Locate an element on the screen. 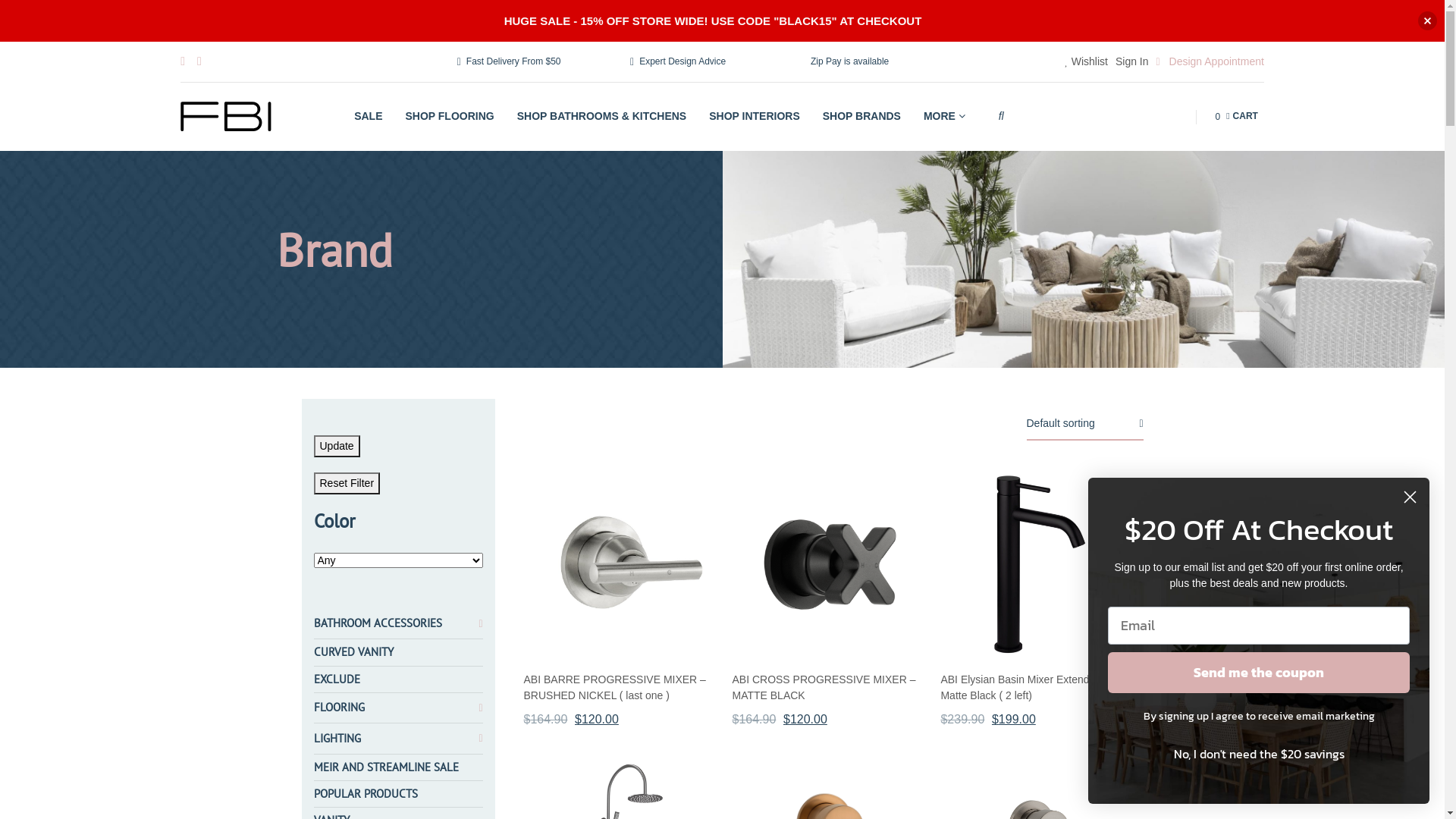  'EXCLUDE' is located at coordinates (336, 678).